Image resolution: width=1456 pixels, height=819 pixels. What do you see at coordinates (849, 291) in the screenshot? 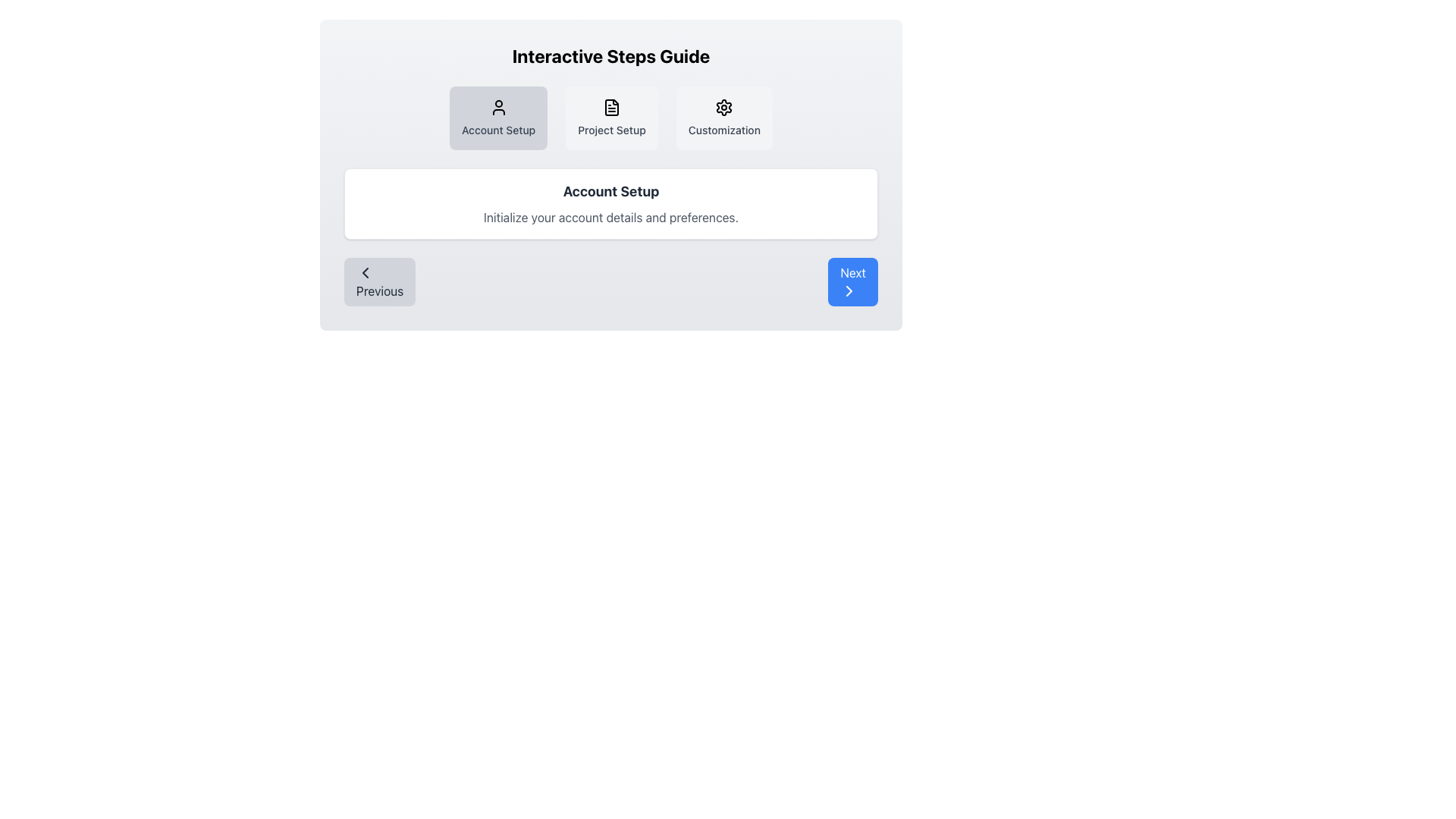
I see `the rightward-pointing chevron icon inside the blue 'Next' button located at the bottom-right of the interface` at bounding box center [849, 291].